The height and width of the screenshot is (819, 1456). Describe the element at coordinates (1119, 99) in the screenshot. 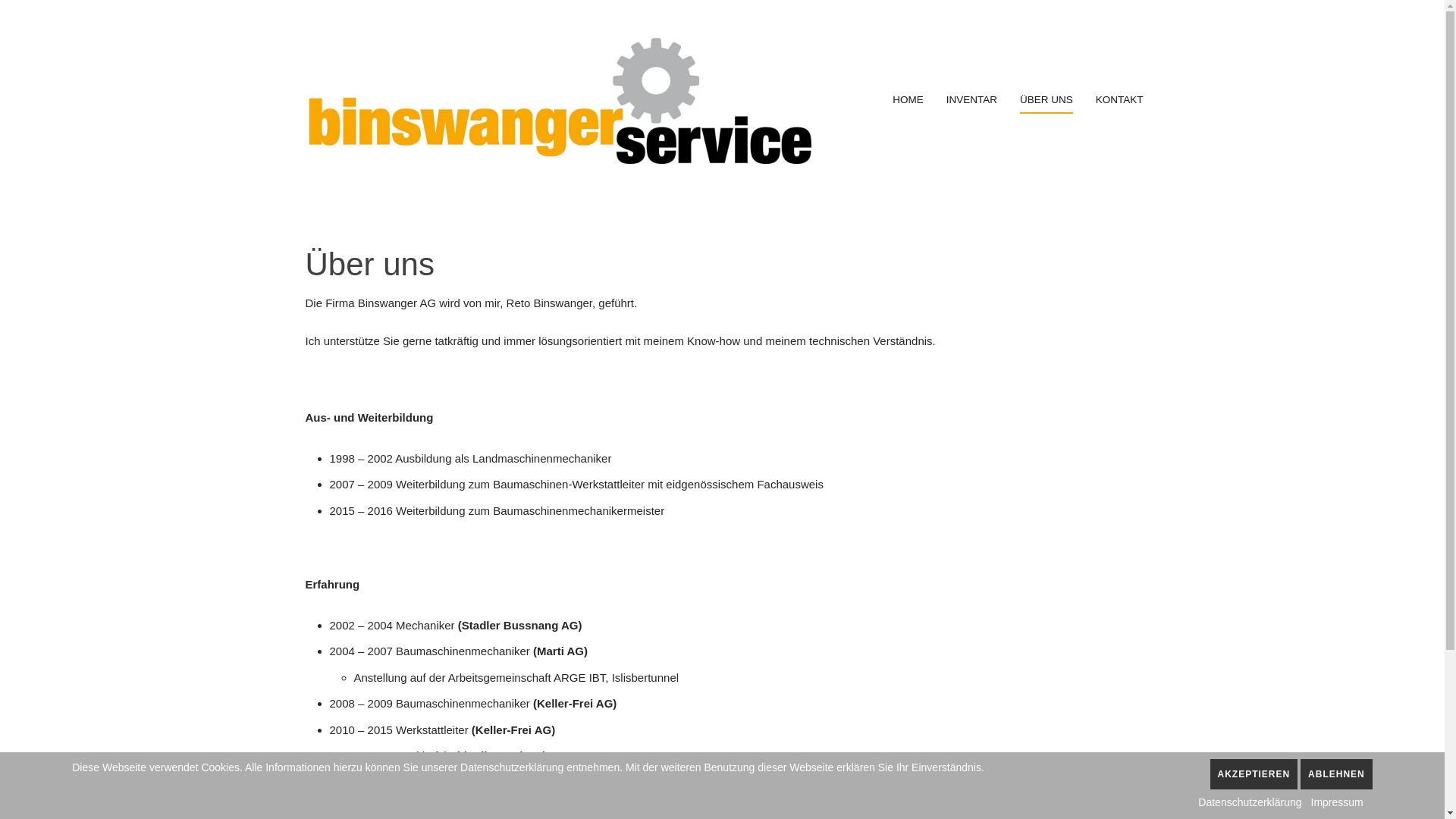

I see `'KONTAKT'` at that location.